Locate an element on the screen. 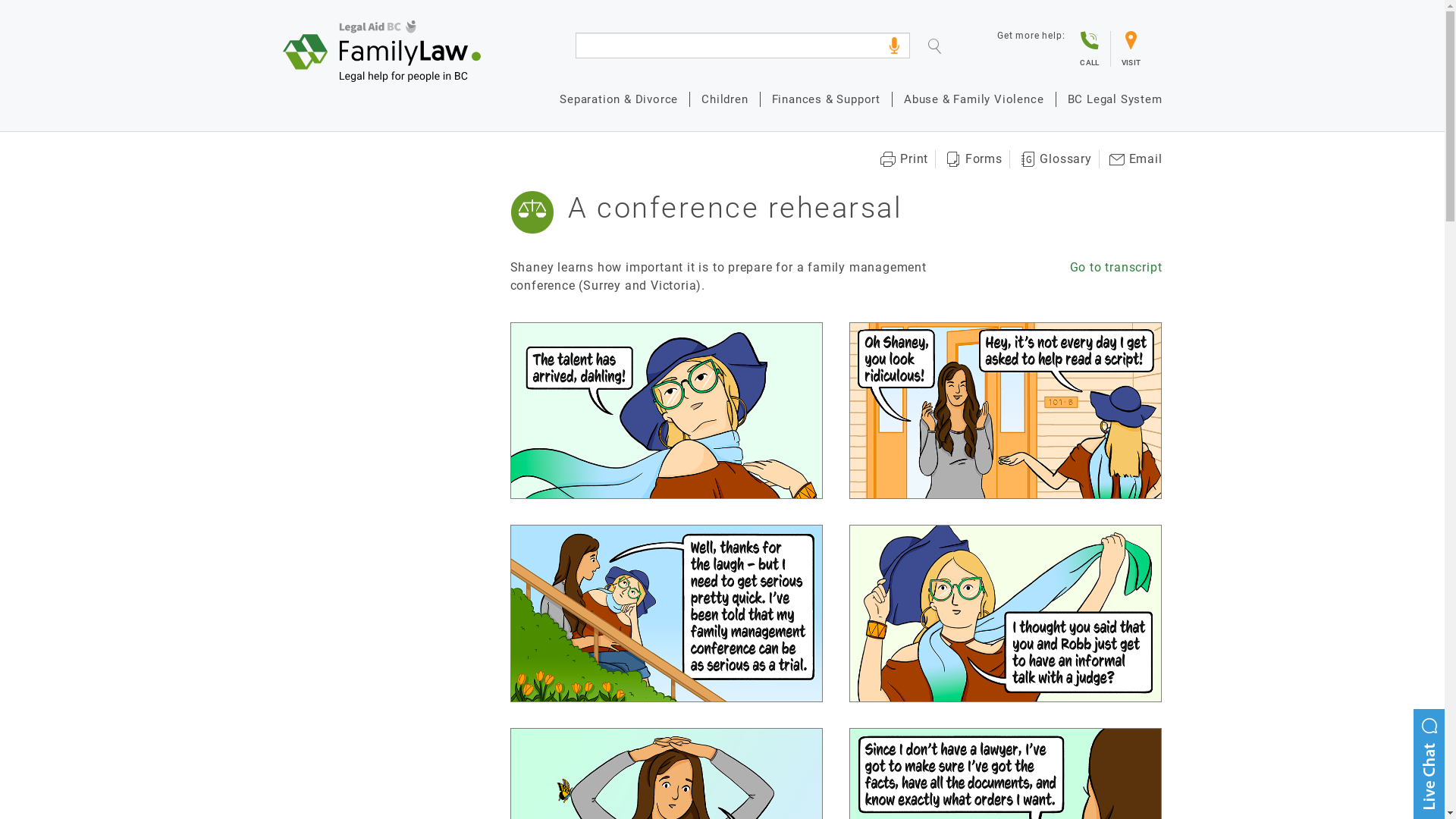  'Print' is located at coordinates (904, 158).